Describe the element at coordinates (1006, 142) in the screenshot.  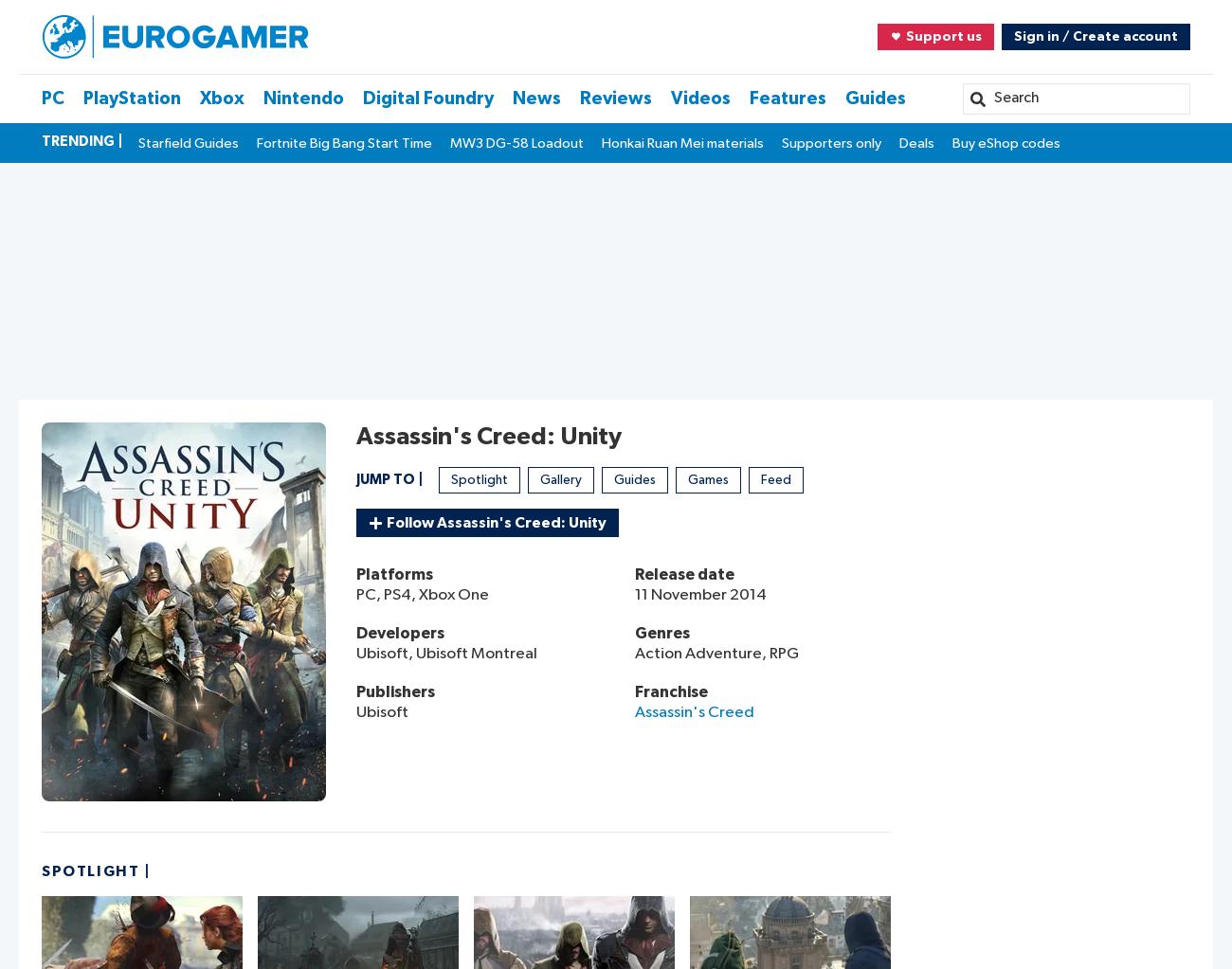
I see `'Buy eShop codes'` at that location.